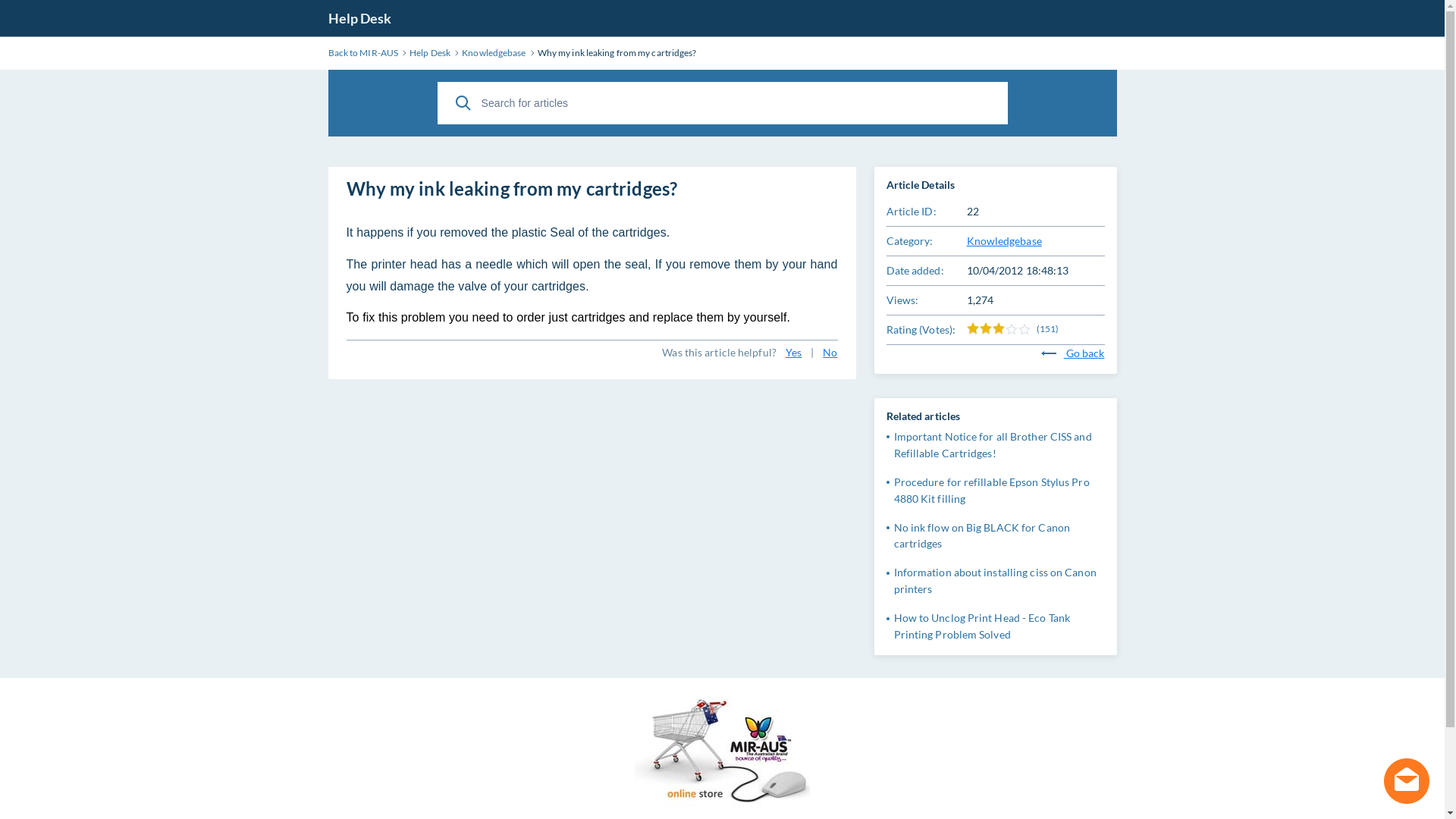  Describe the element at coordinates (1405, 780) in the screenshot. I see `'Live chat offline'` at that location.